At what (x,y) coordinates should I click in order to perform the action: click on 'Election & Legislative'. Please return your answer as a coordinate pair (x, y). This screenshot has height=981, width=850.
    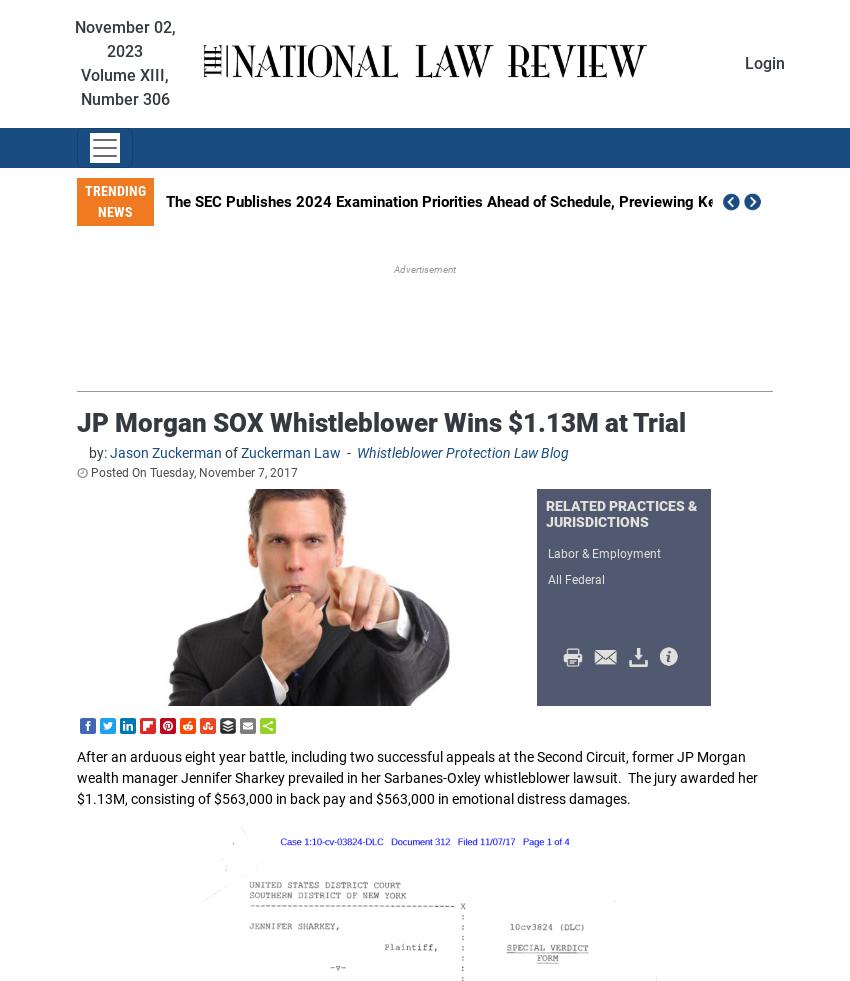
    Looking at the image, I should click on (425, 841).